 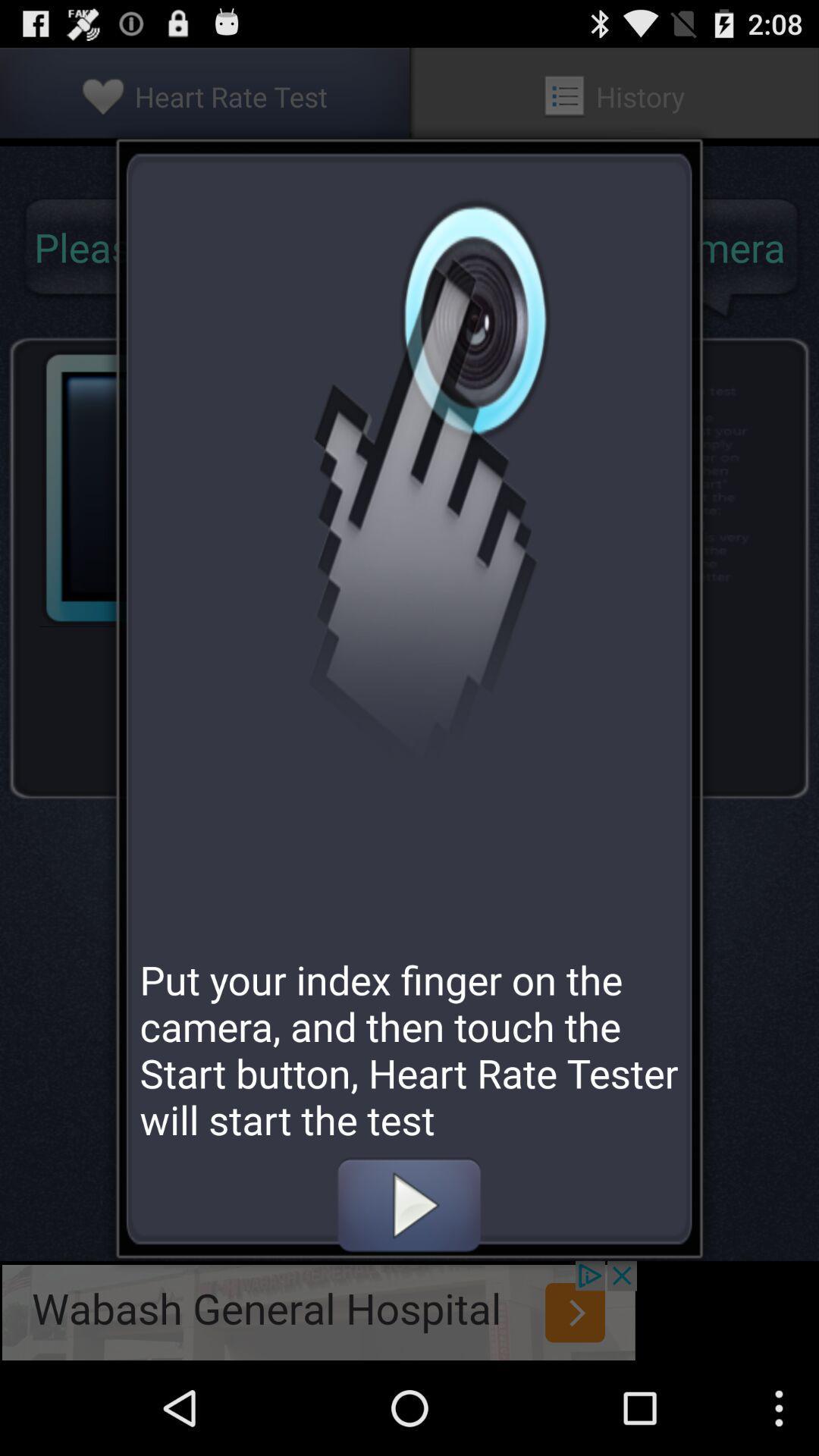 I want to click on camera play button, so click(x=408, y=1204).